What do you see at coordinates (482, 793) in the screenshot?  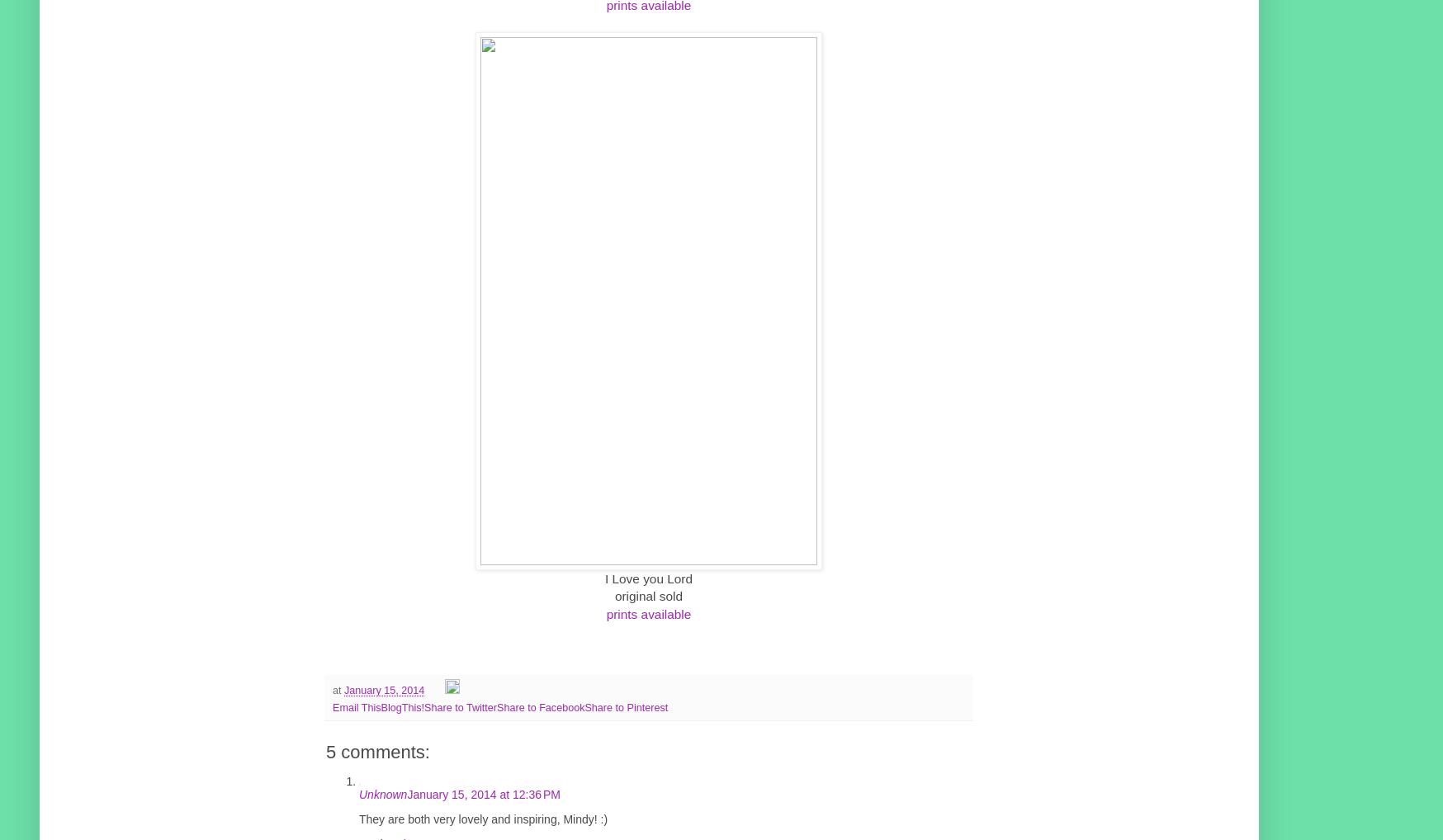 I see `'January 15, 2014 at 12:36 PM'` at bounding box center [482, 793].